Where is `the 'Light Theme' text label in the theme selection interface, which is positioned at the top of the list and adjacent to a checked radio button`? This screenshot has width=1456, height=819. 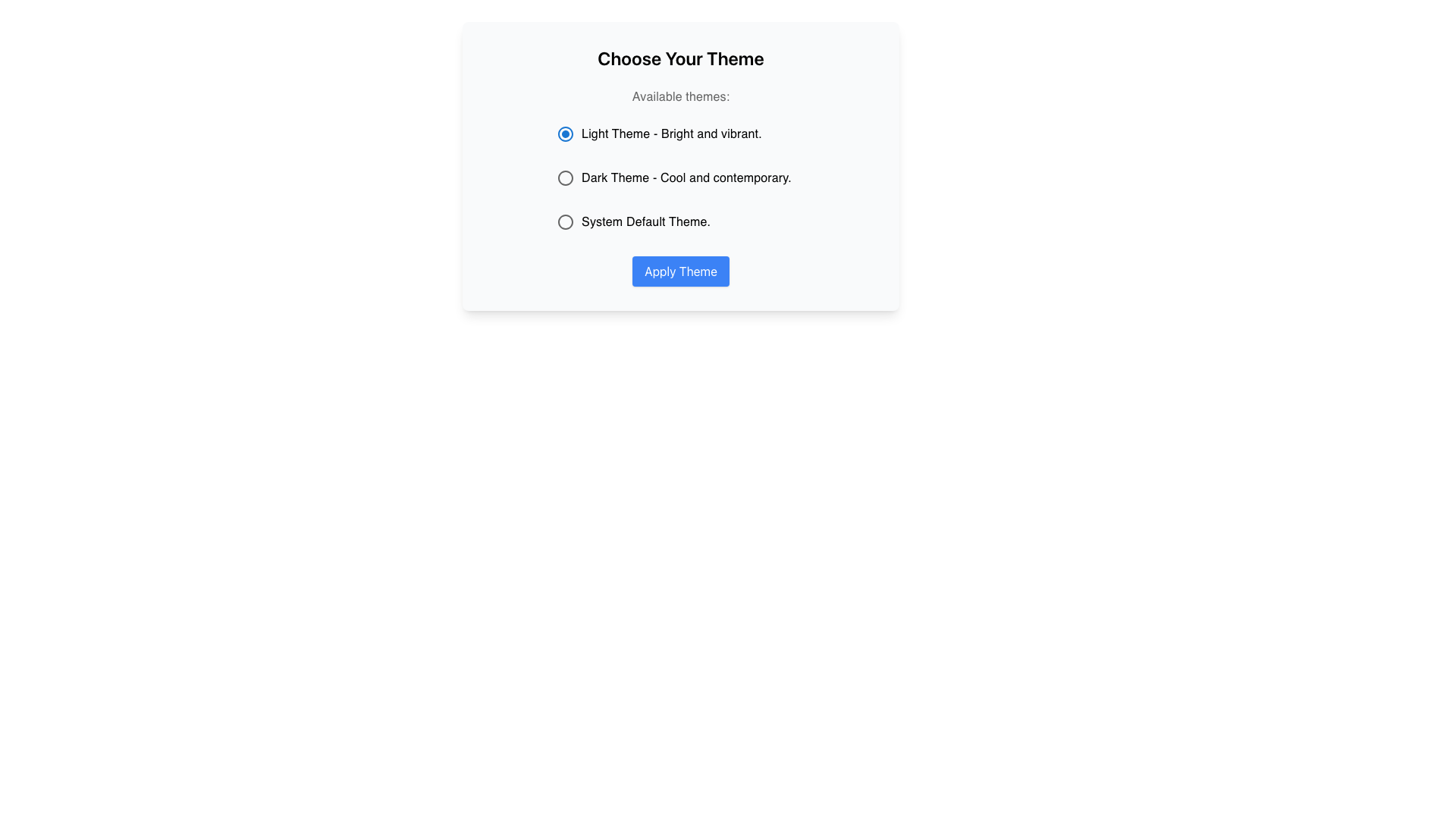
the 'Light Theme' text label in the theme selection interface, which is positioned at the top of the list and adjacent to a checked radio button is located at coordinates (670, 133).